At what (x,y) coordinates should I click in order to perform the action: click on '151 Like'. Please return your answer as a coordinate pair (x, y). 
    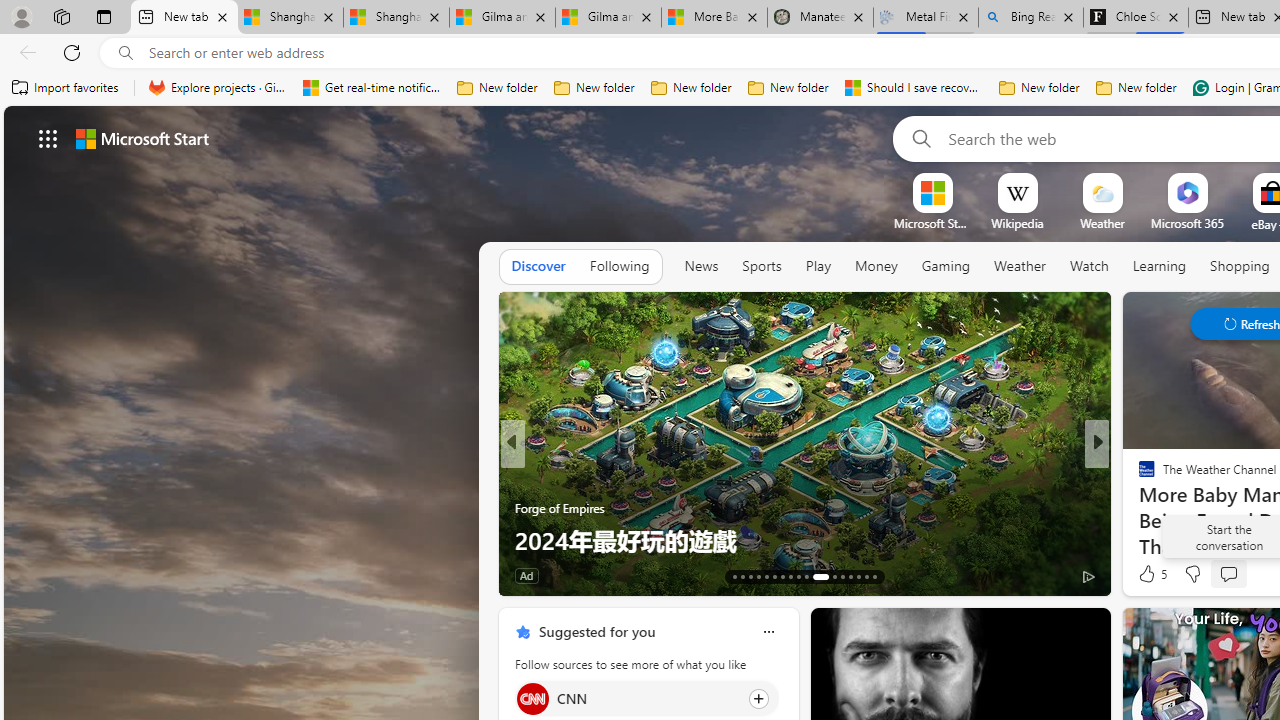
    Looking at the image, I should click on (1152, 575).